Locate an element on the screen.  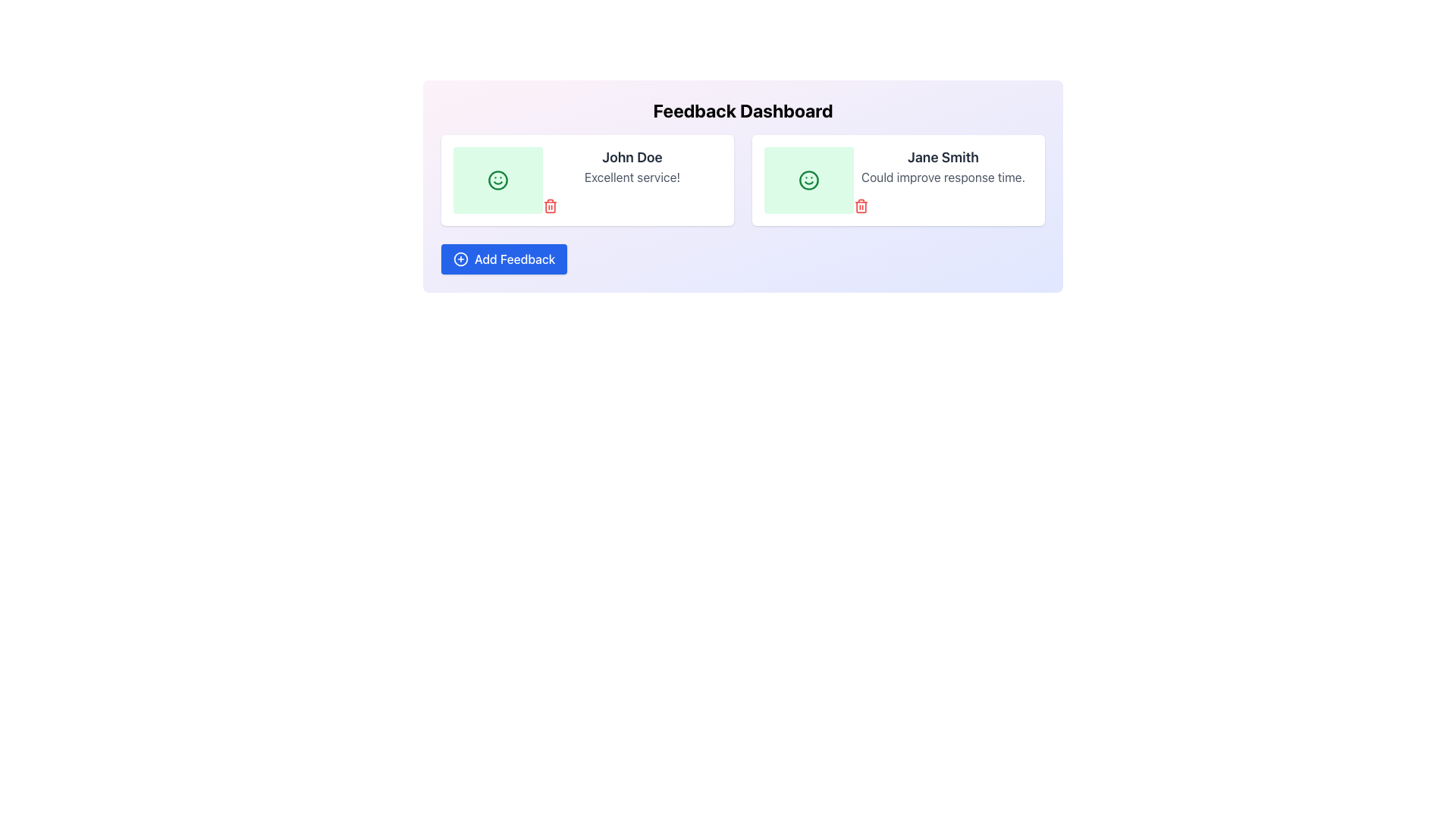
the red trash bin-shaped icon button located in the bottom-right portion of the second card in the feedback dashboard is located at coordinates (861, 206).